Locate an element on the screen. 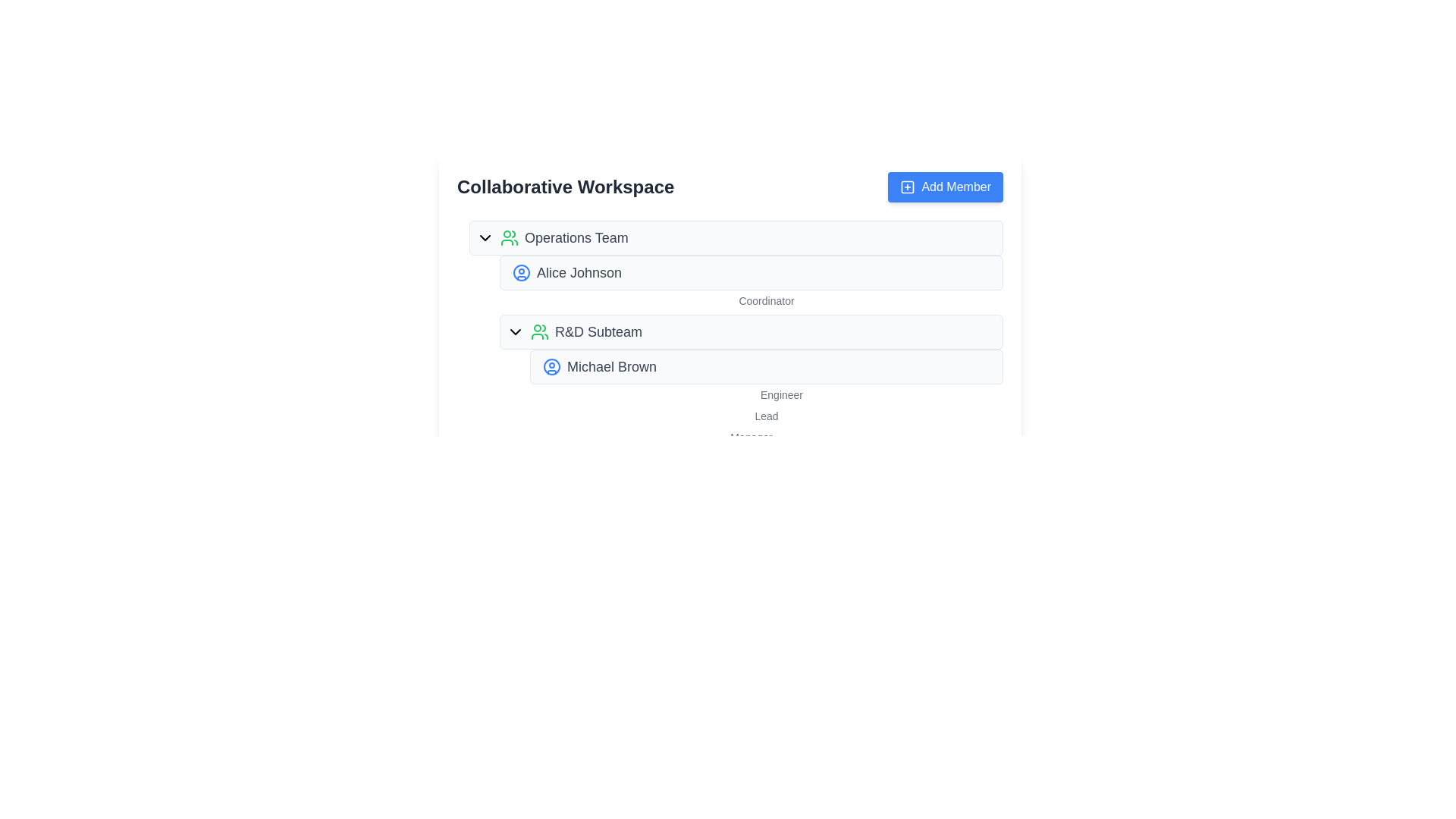 Image resolution: width=1456 pixels, height=819 pixels. the SVG circle decorative element representing the outermost circular outline of the avatar icon for 'Alice Johnson' under the 'Operations Team' section is located at coordinates (521, 271).